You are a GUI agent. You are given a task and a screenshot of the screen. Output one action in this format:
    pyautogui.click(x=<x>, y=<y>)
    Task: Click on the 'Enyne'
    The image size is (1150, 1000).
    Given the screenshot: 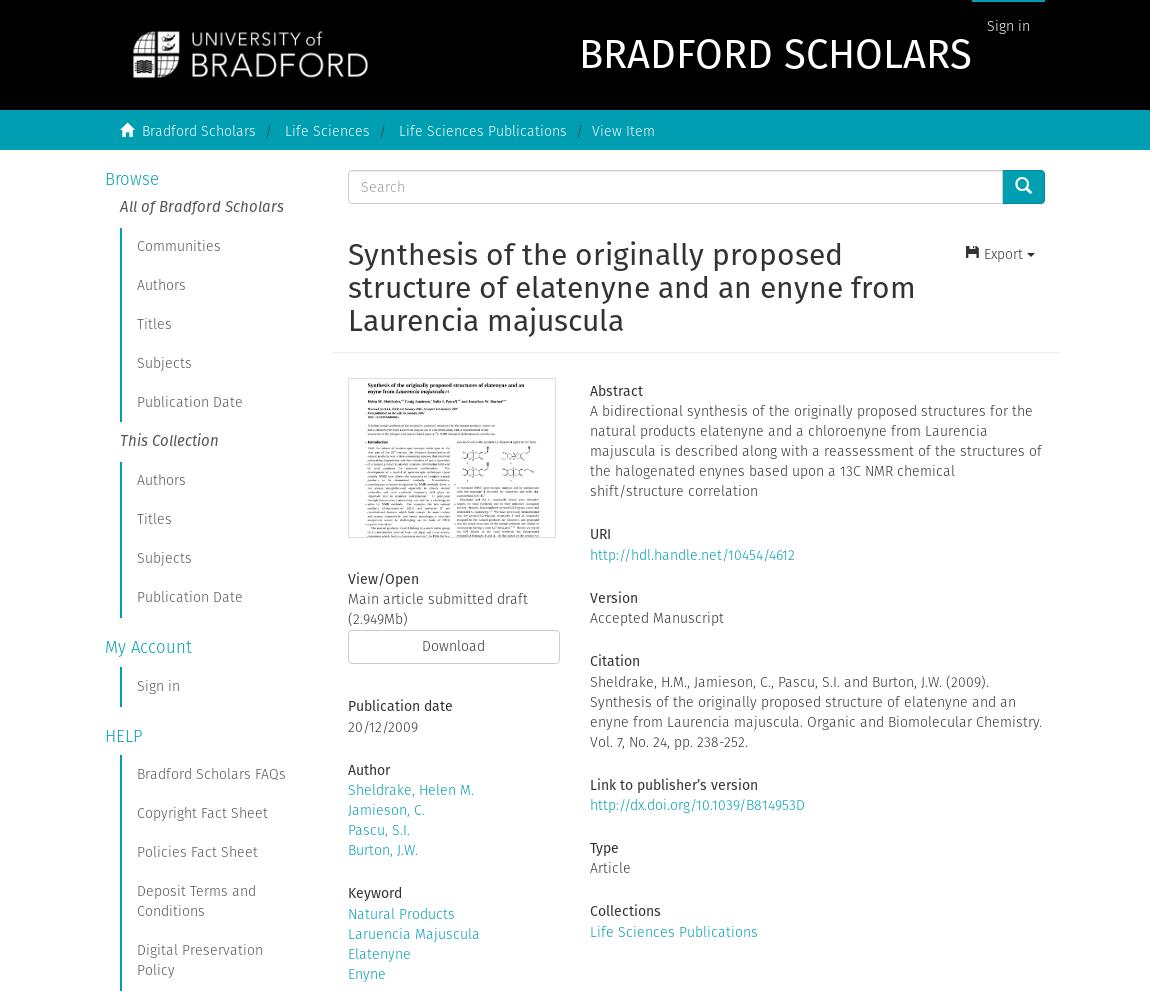 What is the action you would take?
    pyautogui.click(x=366, y=972)
    